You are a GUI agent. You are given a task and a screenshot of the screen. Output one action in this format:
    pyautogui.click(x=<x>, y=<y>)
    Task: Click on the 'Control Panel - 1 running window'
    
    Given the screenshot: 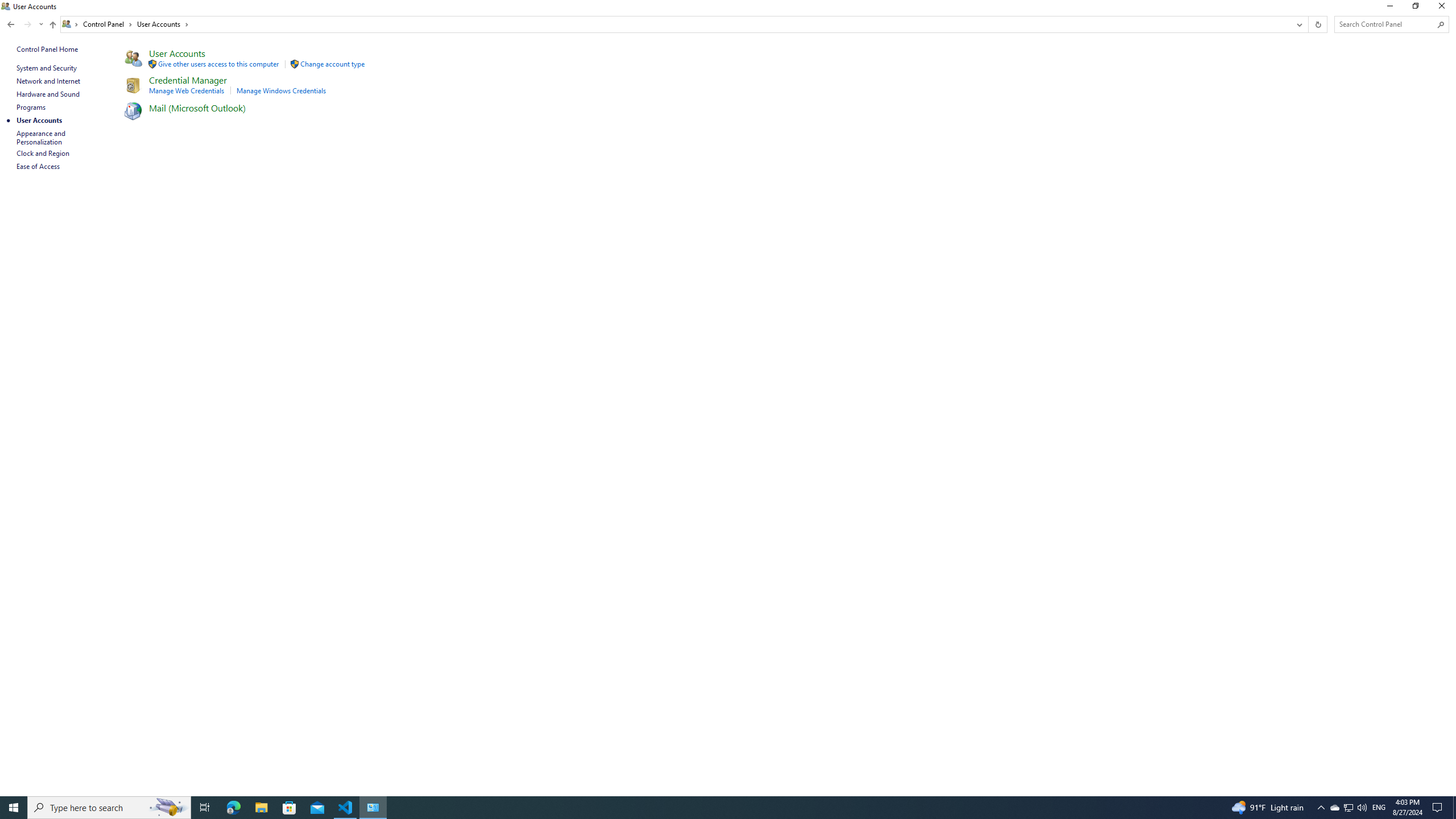 What is the action you would take?
    pyautogui.click(x=373, y=806)
    